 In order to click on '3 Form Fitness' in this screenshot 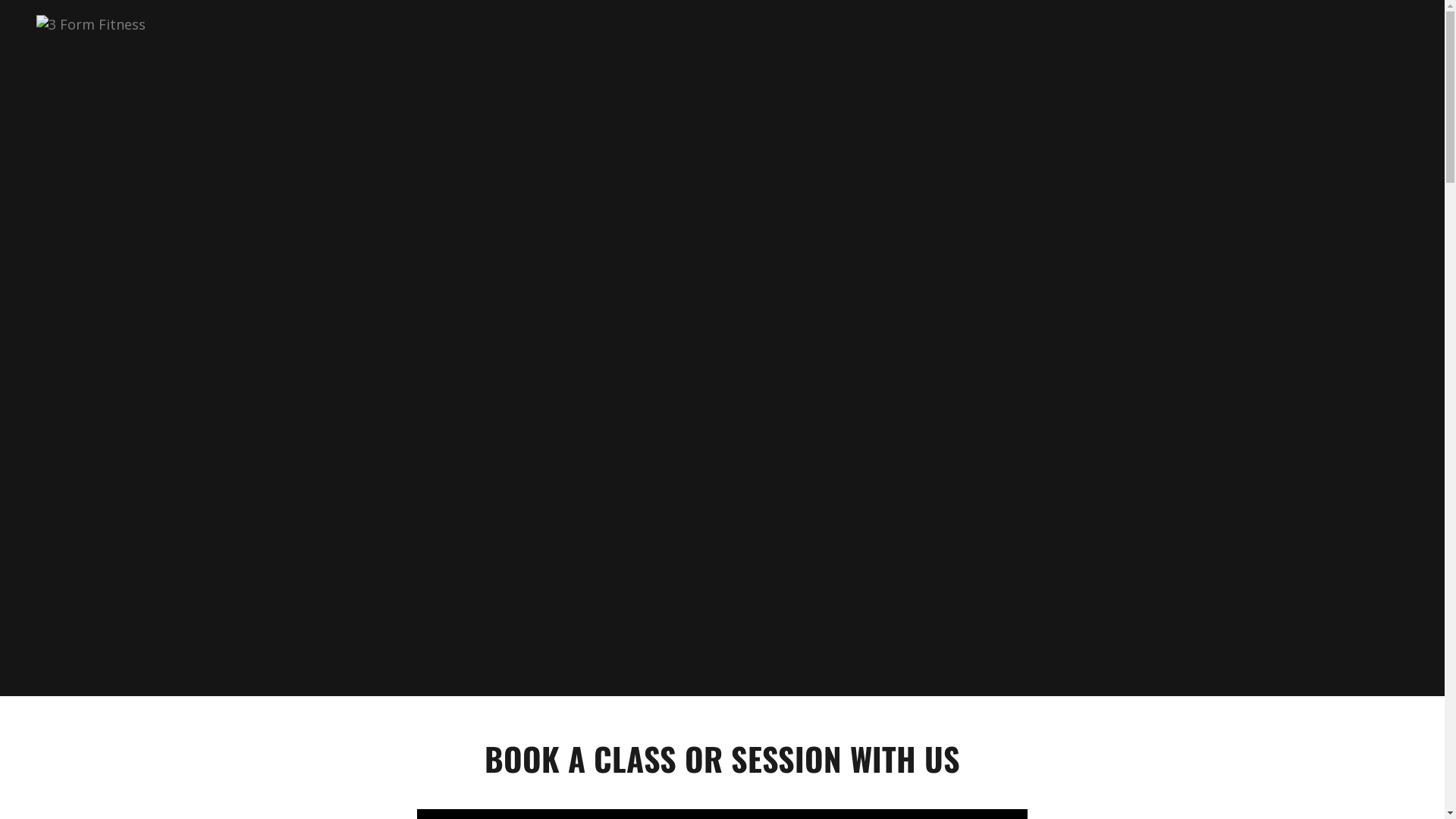, I will do `click(90, 22)`.